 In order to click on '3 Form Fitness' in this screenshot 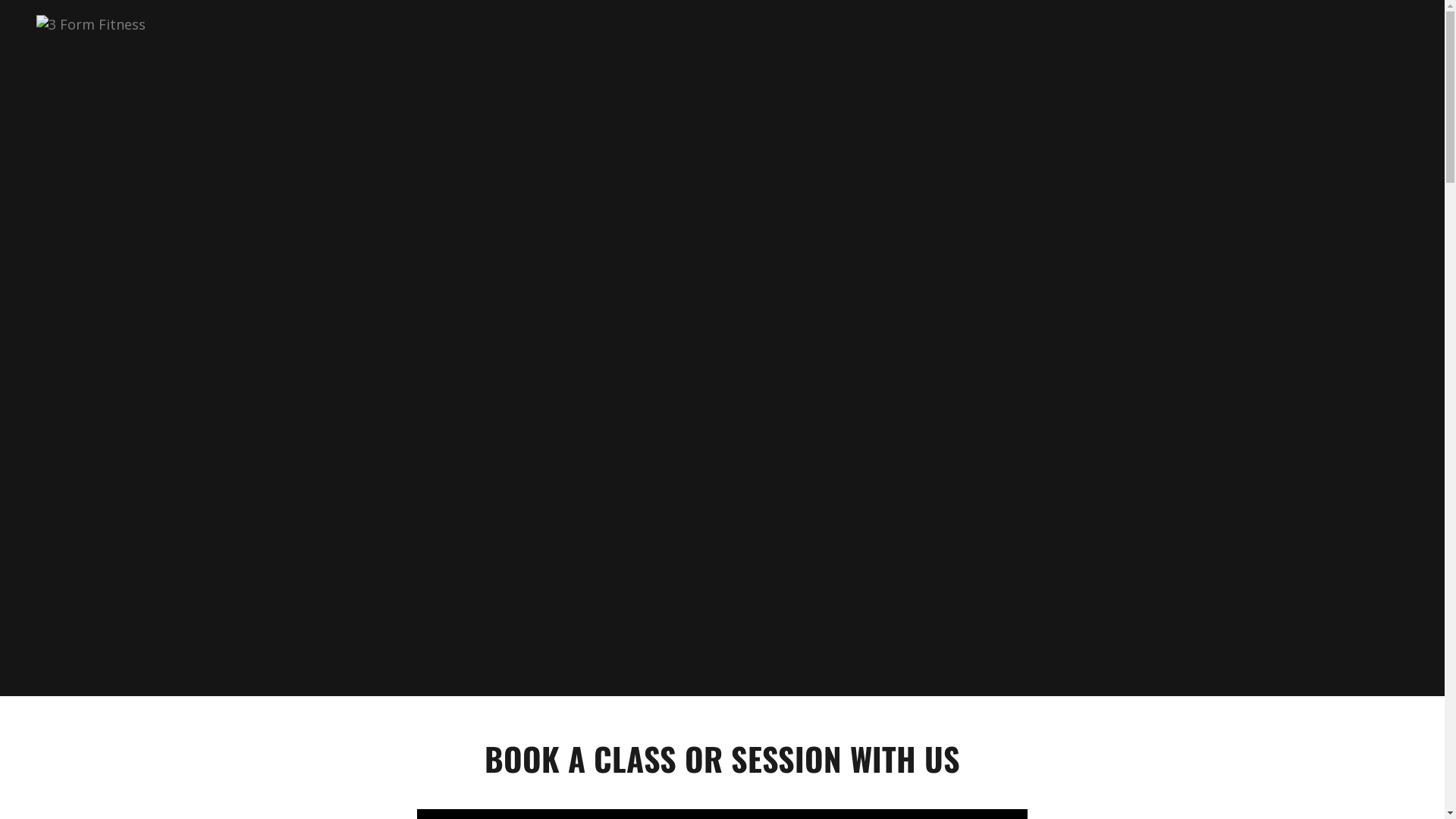, I will do `click(90, 22)`.